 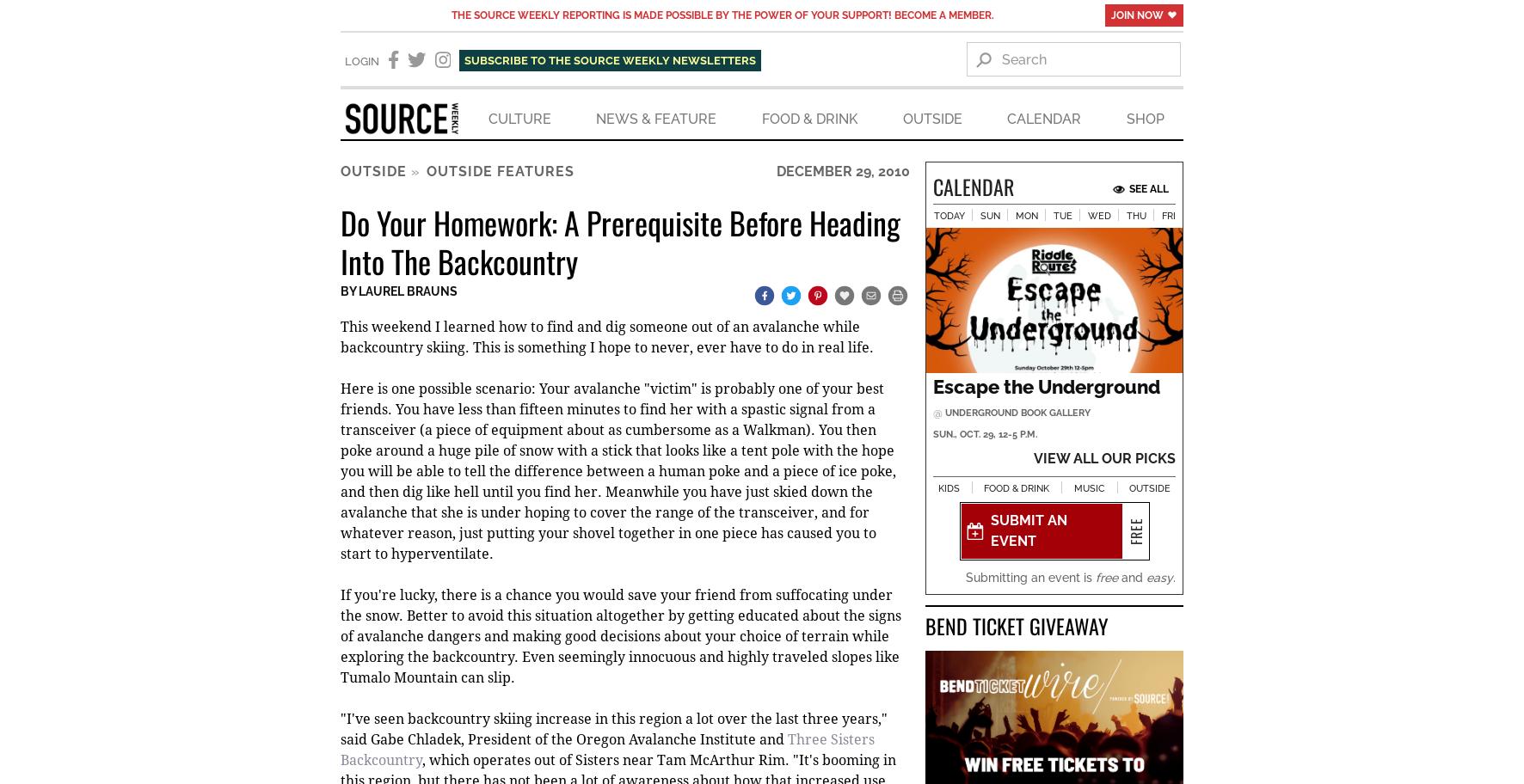 What do you see at coordinates (1104, 459) in the screenshot?
I see `'View All Our Picks'` at bounding box center [1104, 459].